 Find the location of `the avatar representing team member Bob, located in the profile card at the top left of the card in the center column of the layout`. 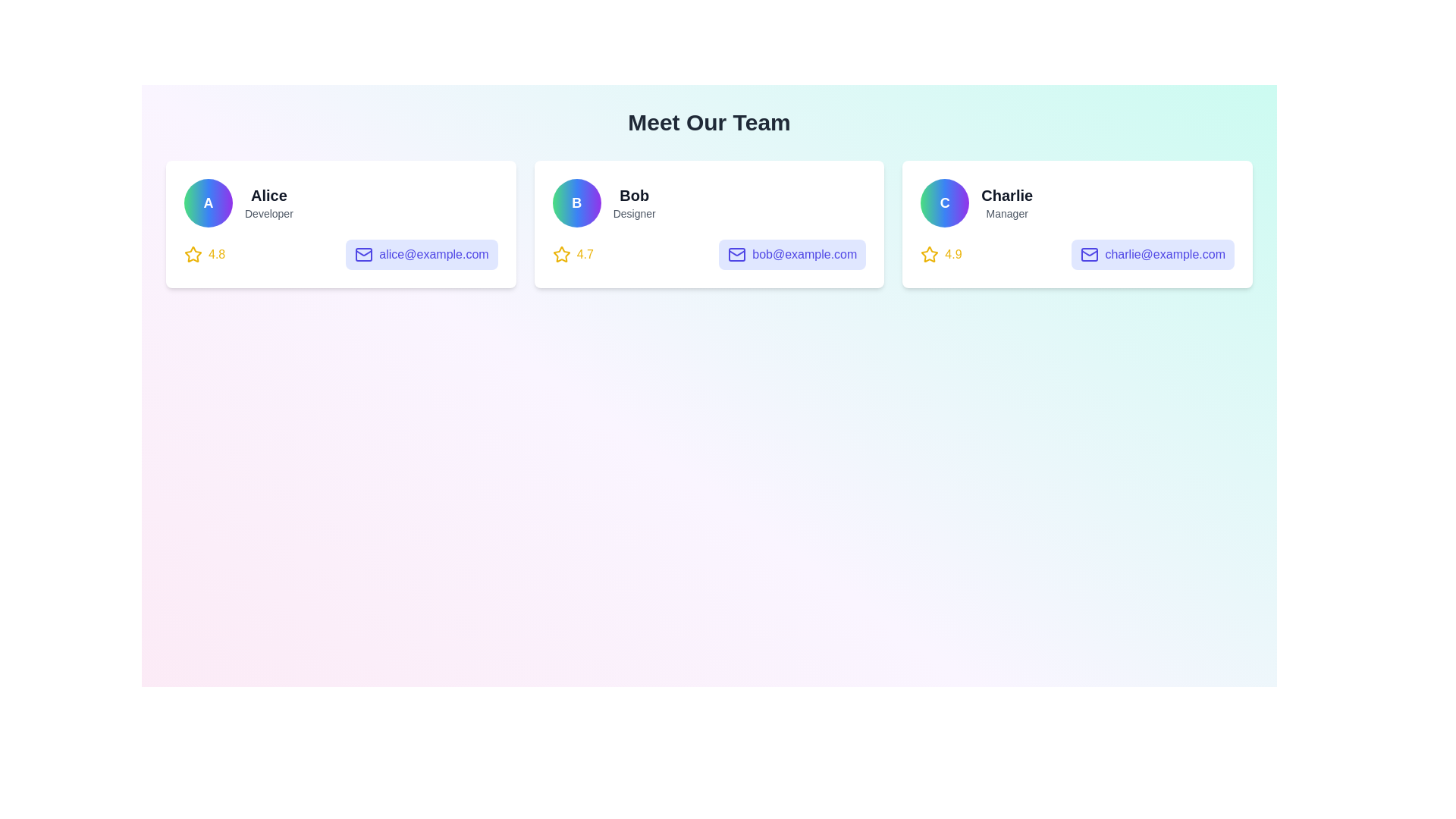

the avatar representing team member Bob, located in the profile card at the top left of the card in the center column of the layout is located at coordinates (576, 202).